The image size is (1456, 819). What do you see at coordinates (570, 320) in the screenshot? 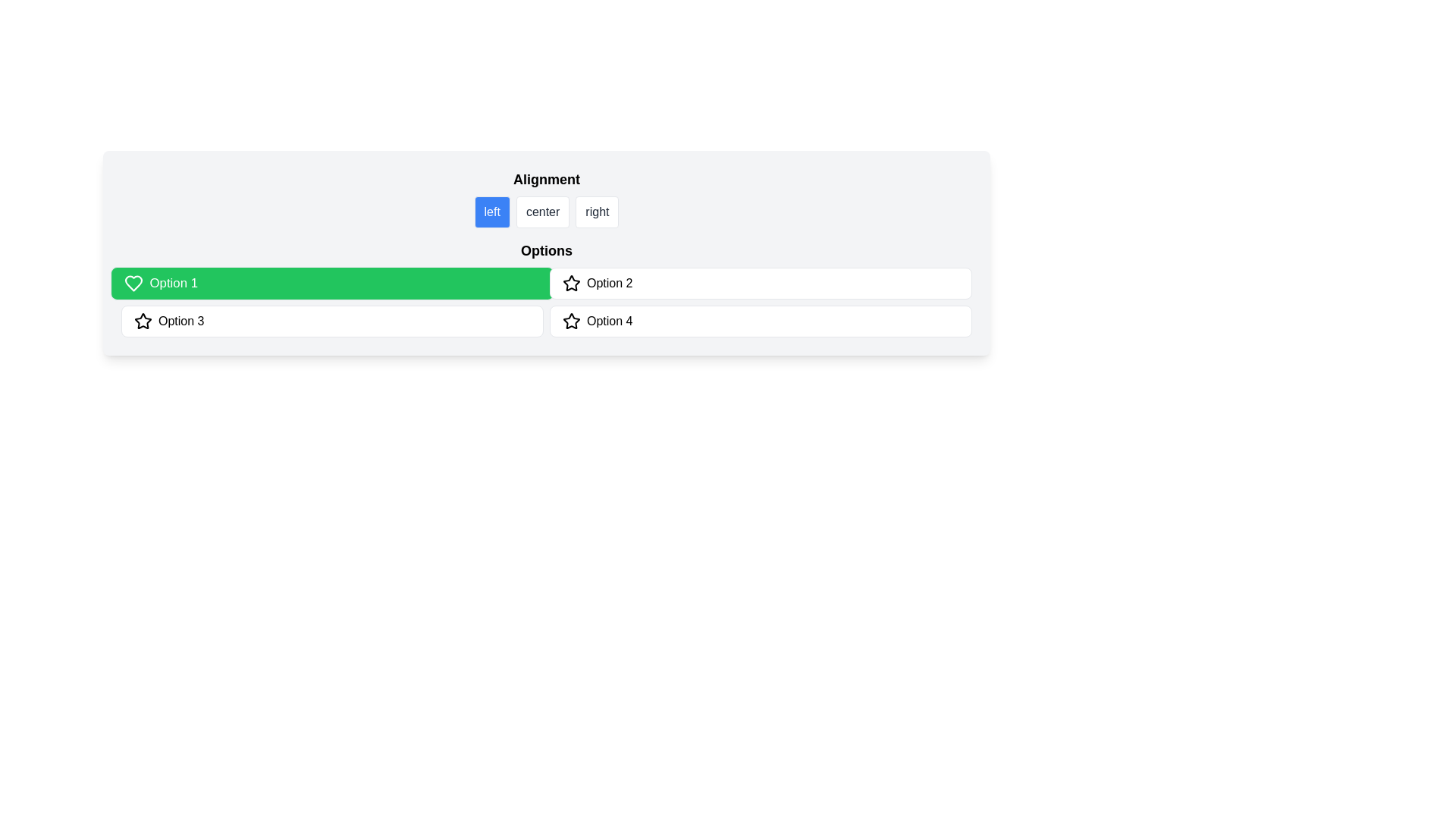
I see `the decorative icon or button for user interaction` at bounding box center [570, 320].